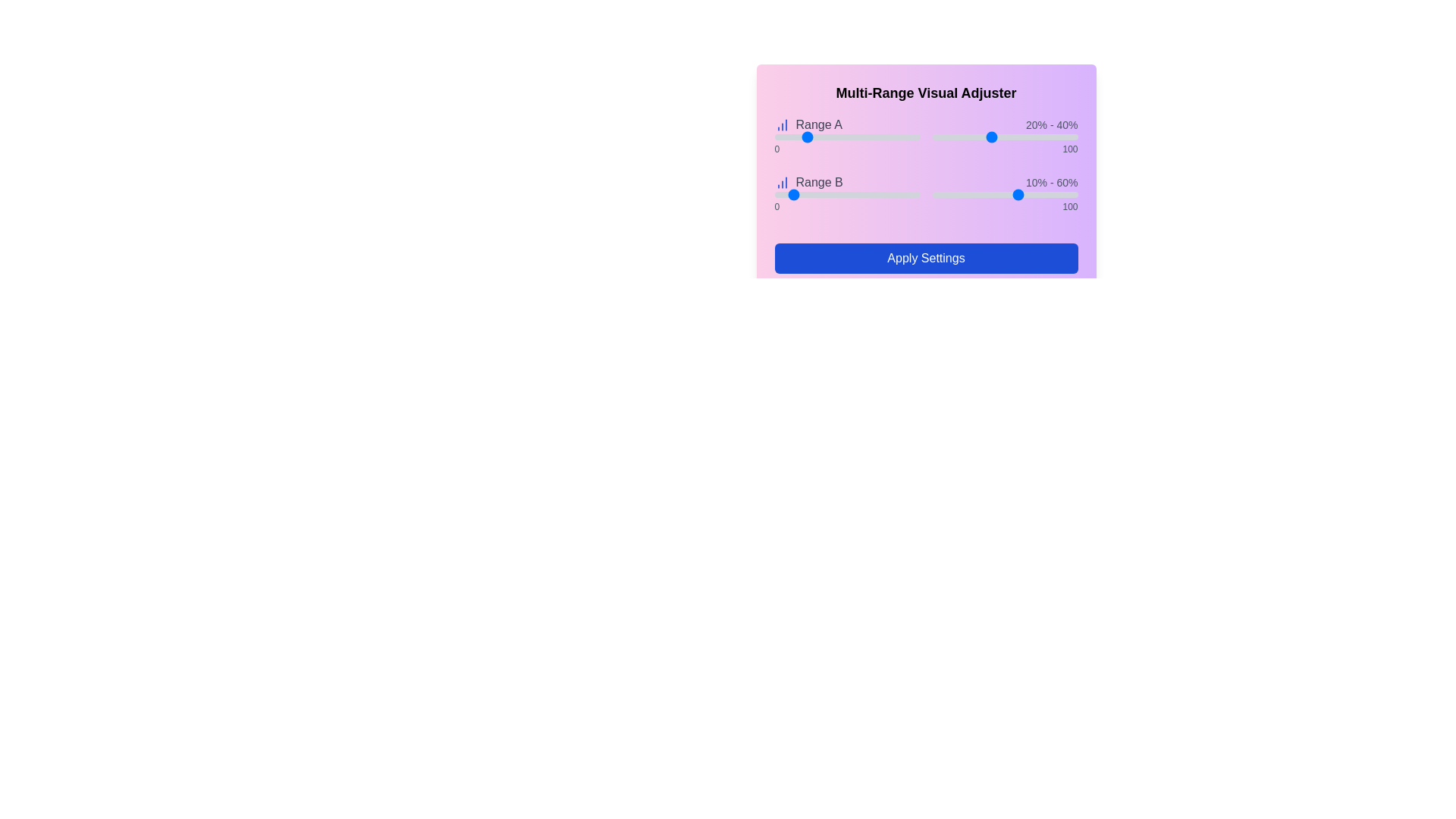  Describe the element at coordinates (1069, 207) in the screenshot. I see `the static text display element showing the number '100', located at the bottom-right of the 'Range B' slider` at that location.